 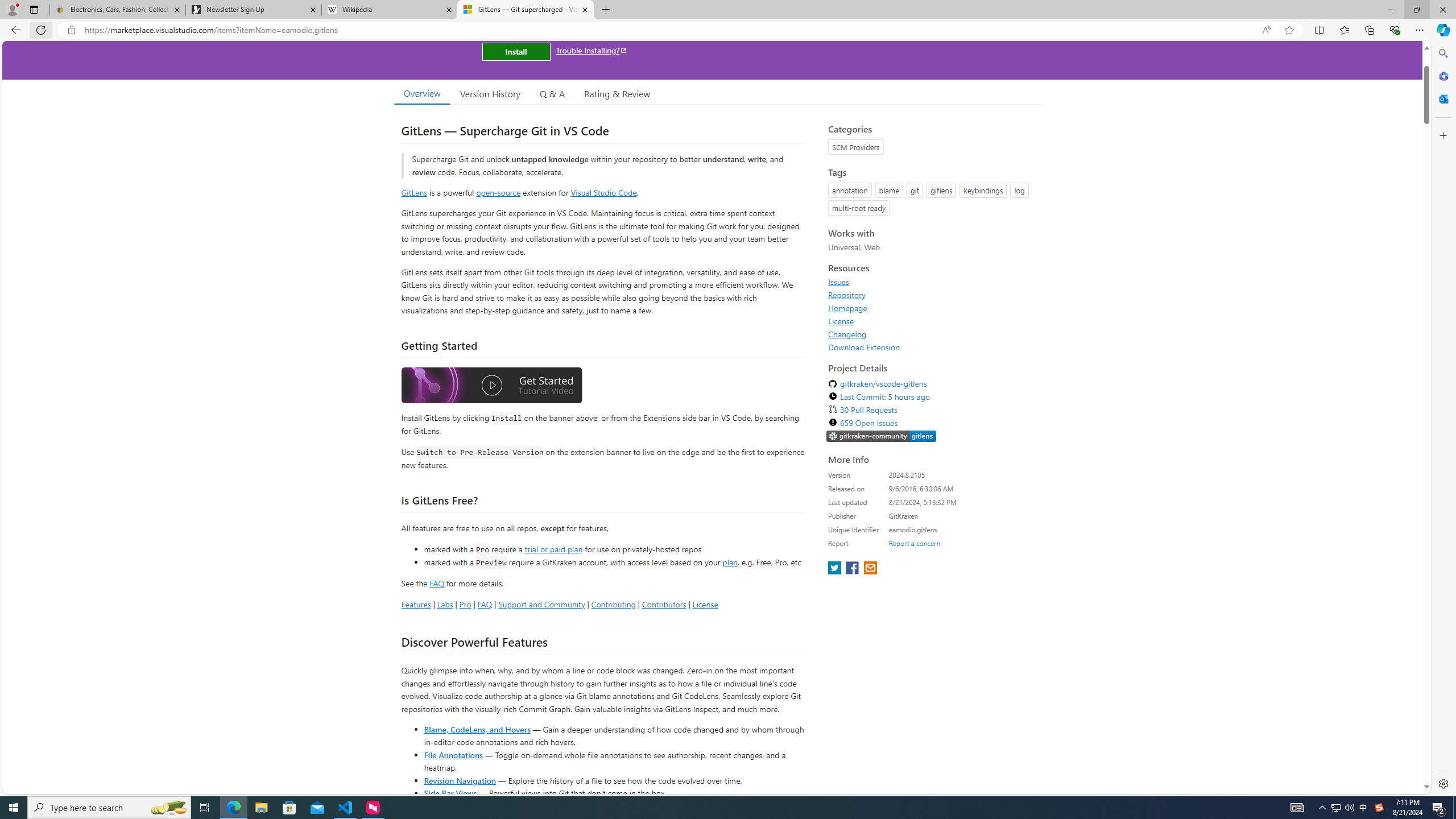 What do you see at coordinates (491, 387) in the screenshot?
I see `'Watch the GitLens Getting Started video'` at bounding box center [491, 387].